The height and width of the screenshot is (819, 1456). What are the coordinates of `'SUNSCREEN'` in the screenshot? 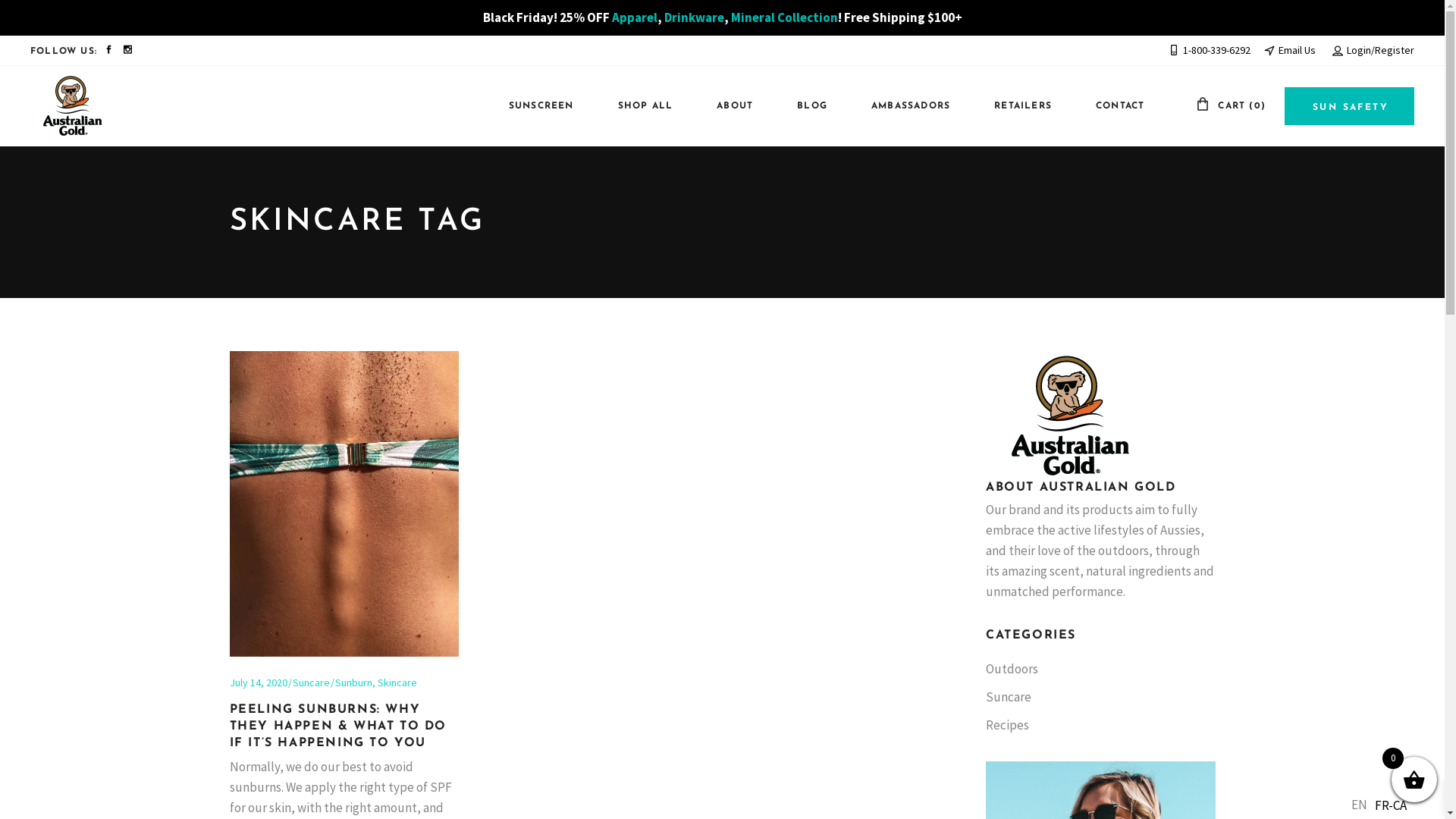 It's located at (534, 105).